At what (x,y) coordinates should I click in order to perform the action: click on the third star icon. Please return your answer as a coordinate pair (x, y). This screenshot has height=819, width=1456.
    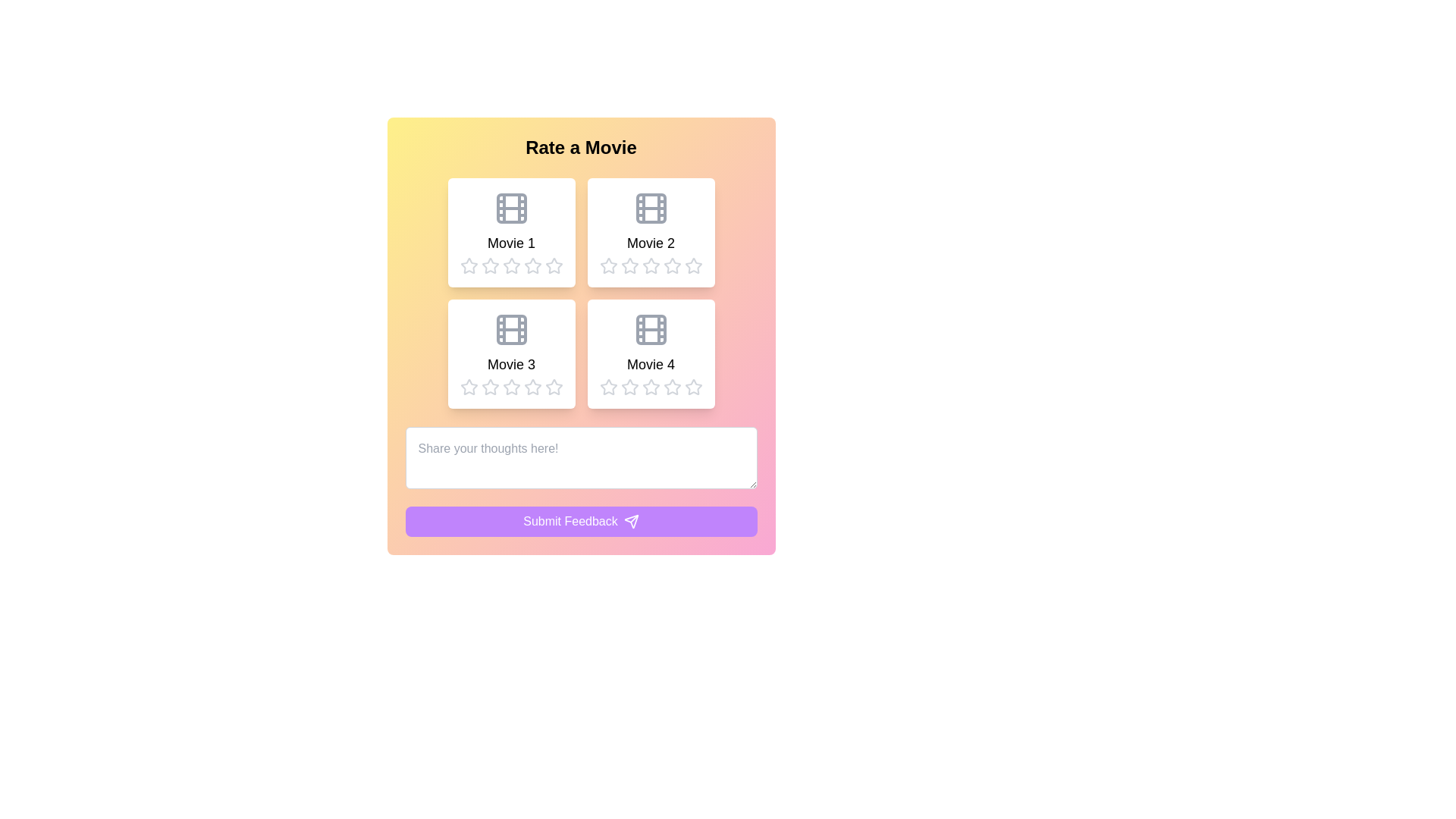
    Looking at the image, I should click on (651, 386).